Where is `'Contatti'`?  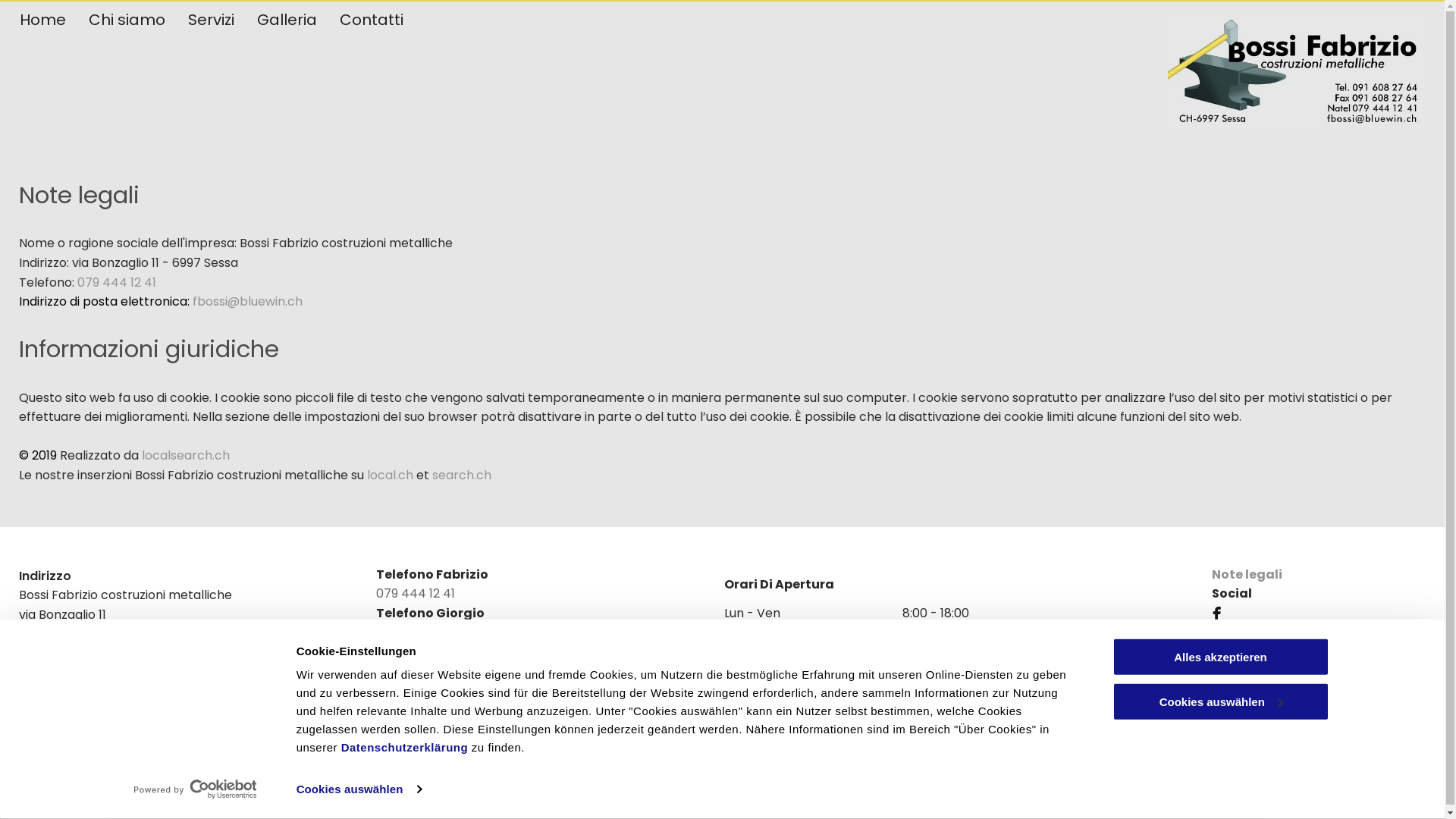 'Contatti' is located at coordinates (371, 18).